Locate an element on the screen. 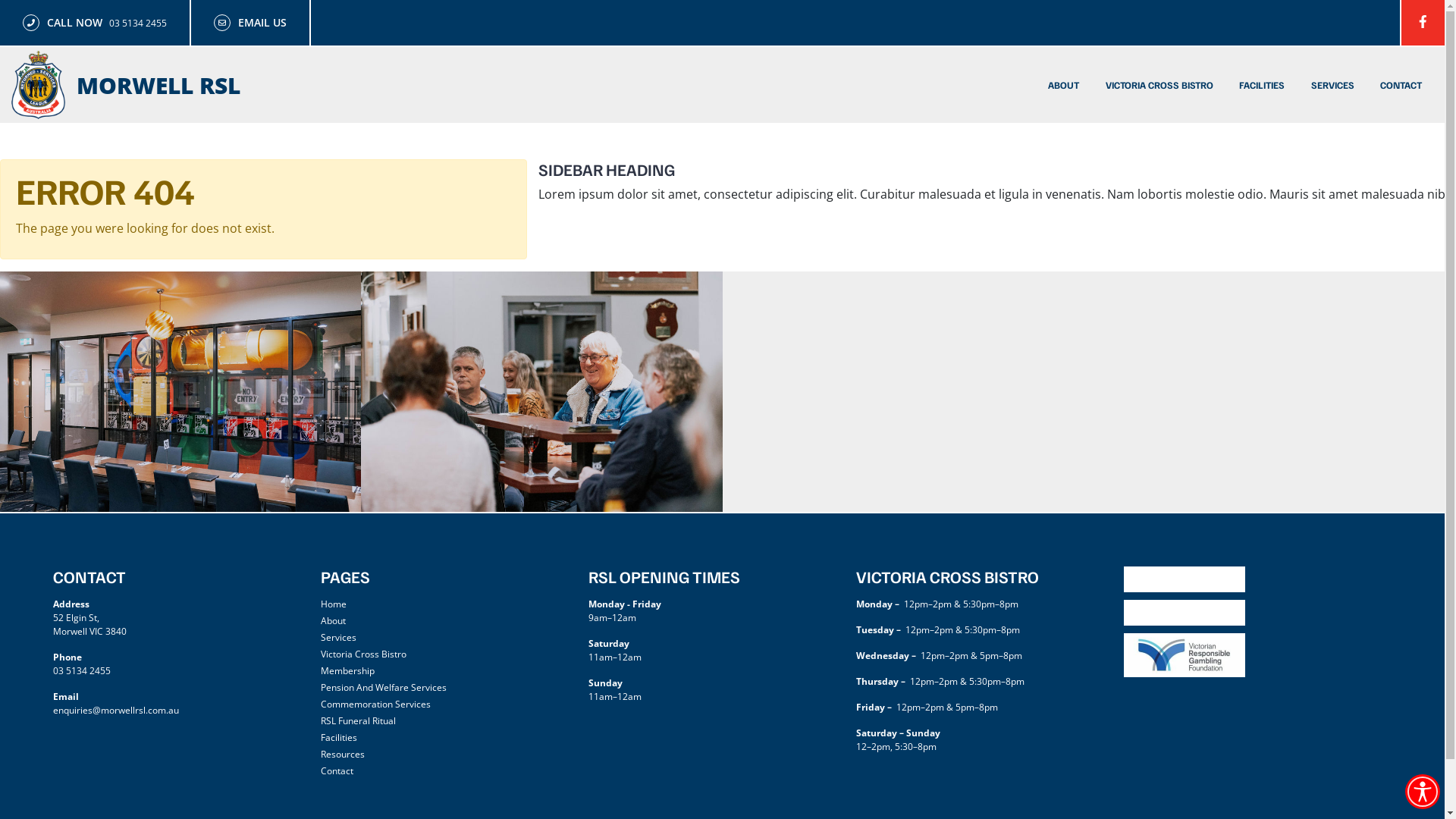  'FACILITIES' is located at coordinates (1262, 84).